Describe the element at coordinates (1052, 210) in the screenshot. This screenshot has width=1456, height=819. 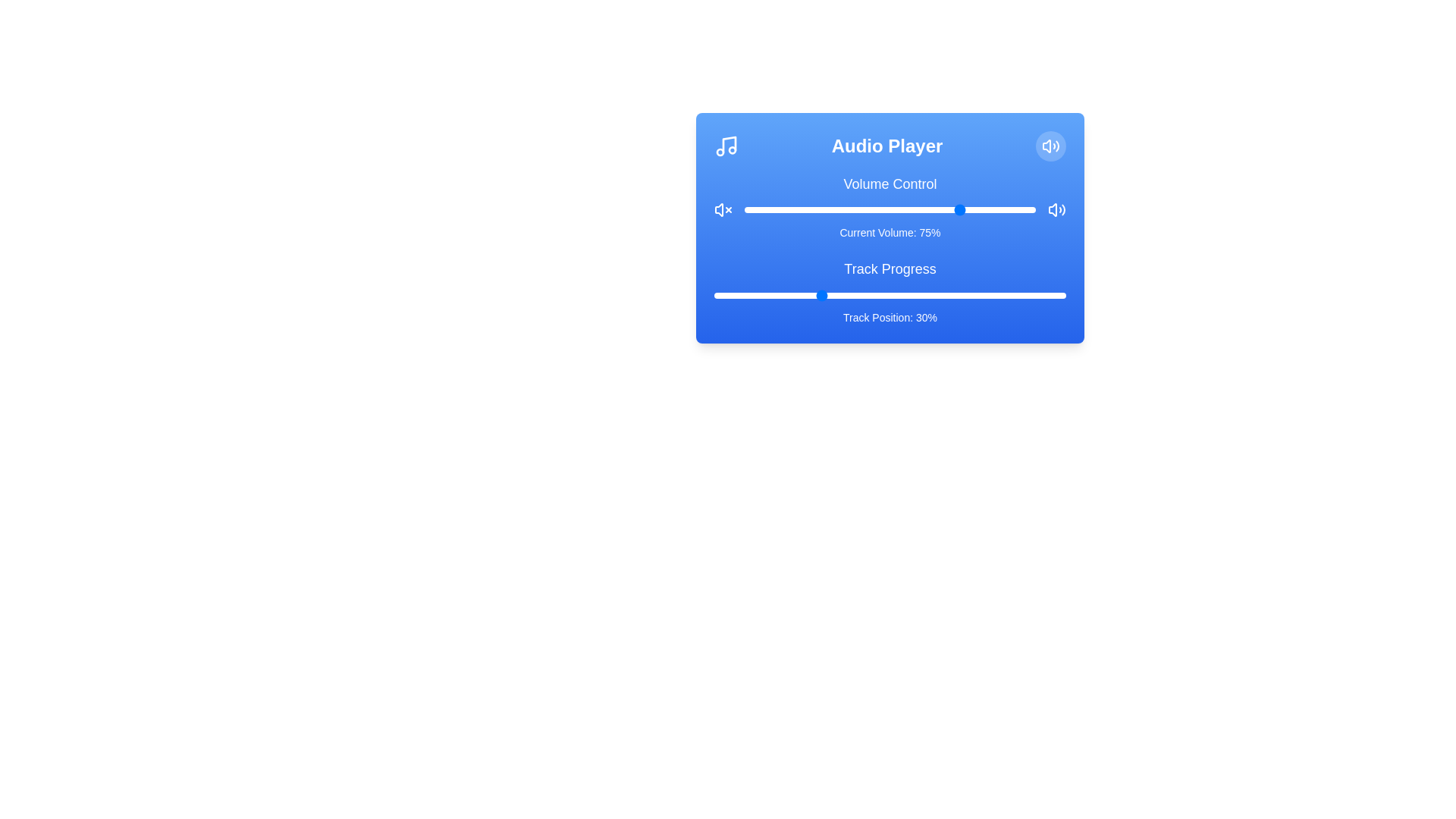
I see `the visual speaker or volume icon in the 'Volume Control' section of the 'Audio Player' interface` at that location.